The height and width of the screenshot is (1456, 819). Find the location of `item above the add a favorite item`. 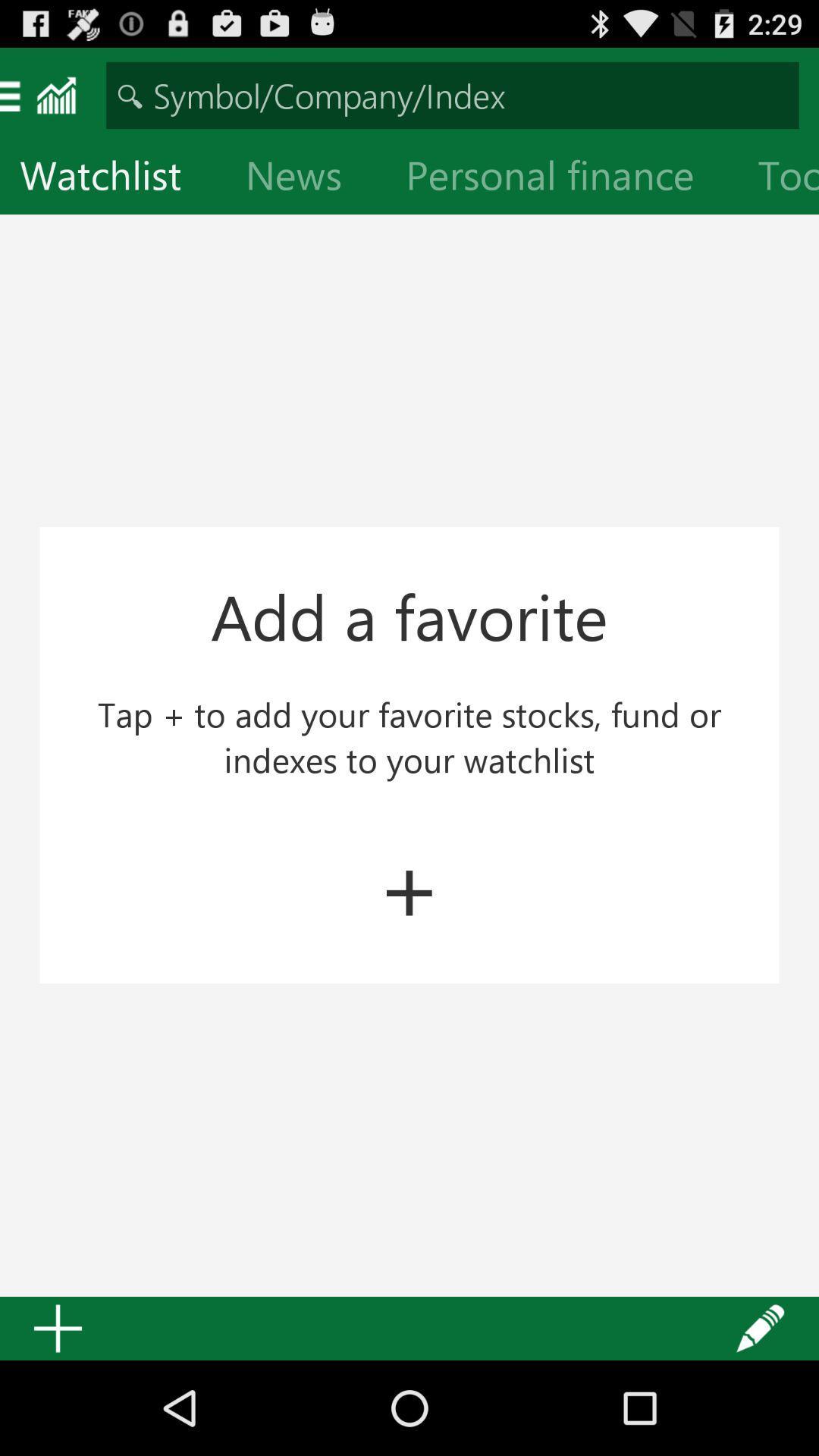

item above the add a favorite item is located at coordinates (562, 178).